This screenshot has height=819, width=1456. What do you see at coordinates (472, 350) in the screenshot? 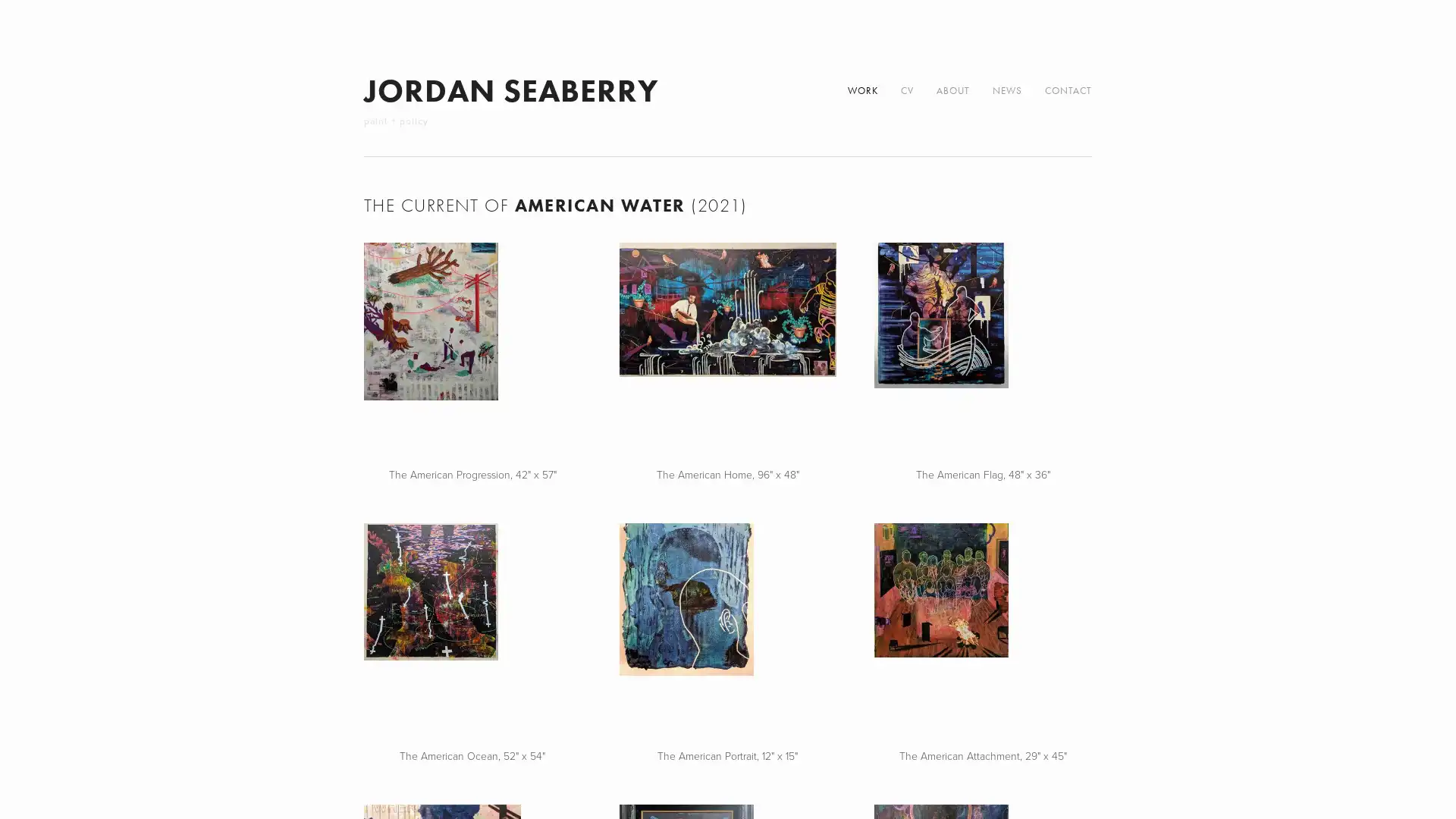
I see `View fullsize The American Progression, 42" x 57"` at bounding box center [472, 350].